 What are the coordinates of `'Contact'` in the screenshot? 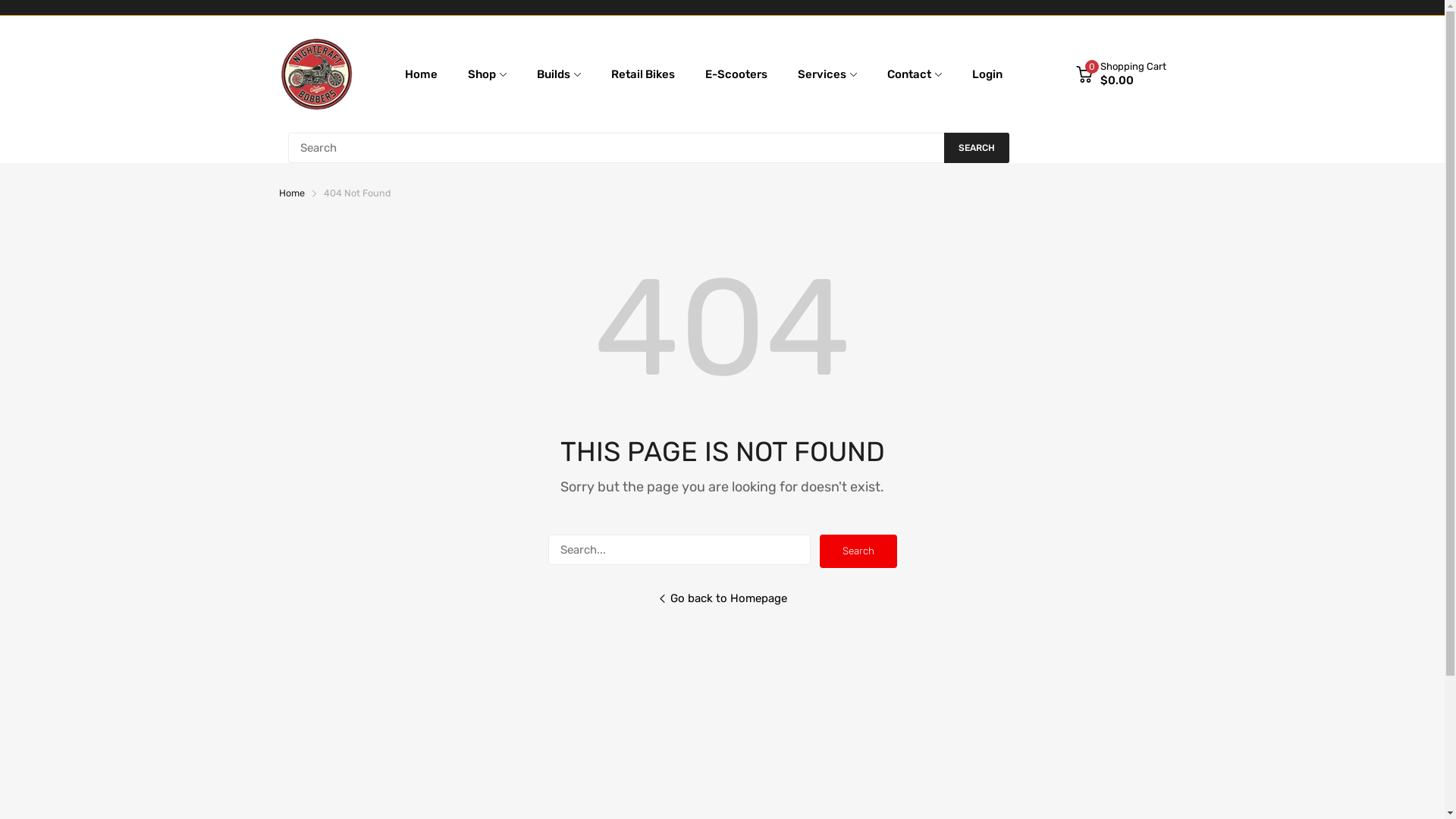 It's located at (909, 74).